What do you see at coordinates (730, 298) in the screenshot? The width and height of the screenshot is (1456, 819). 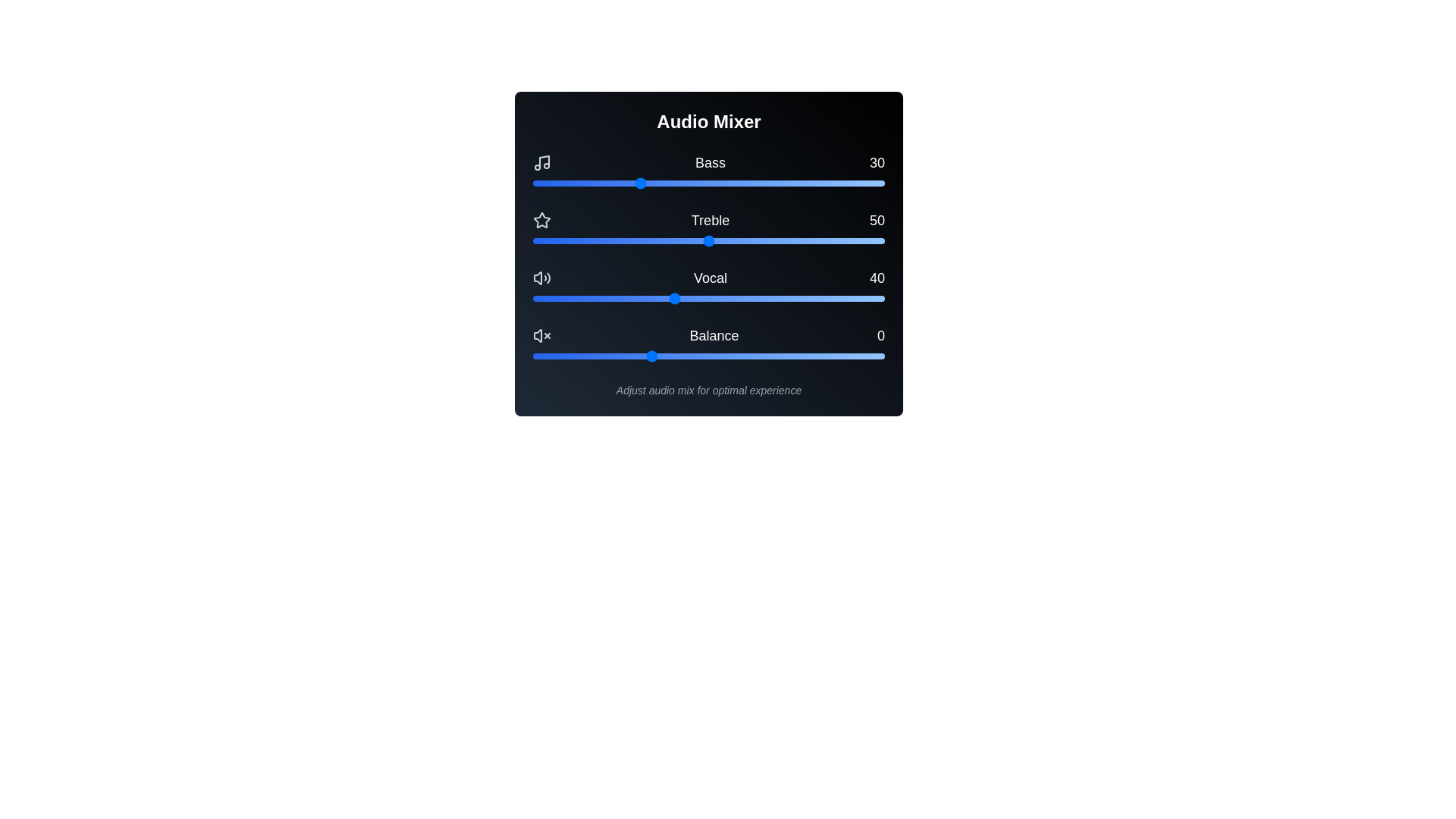 I see `the Vocal slider to set the vocal level to 56` at bounding box center [730, 298].